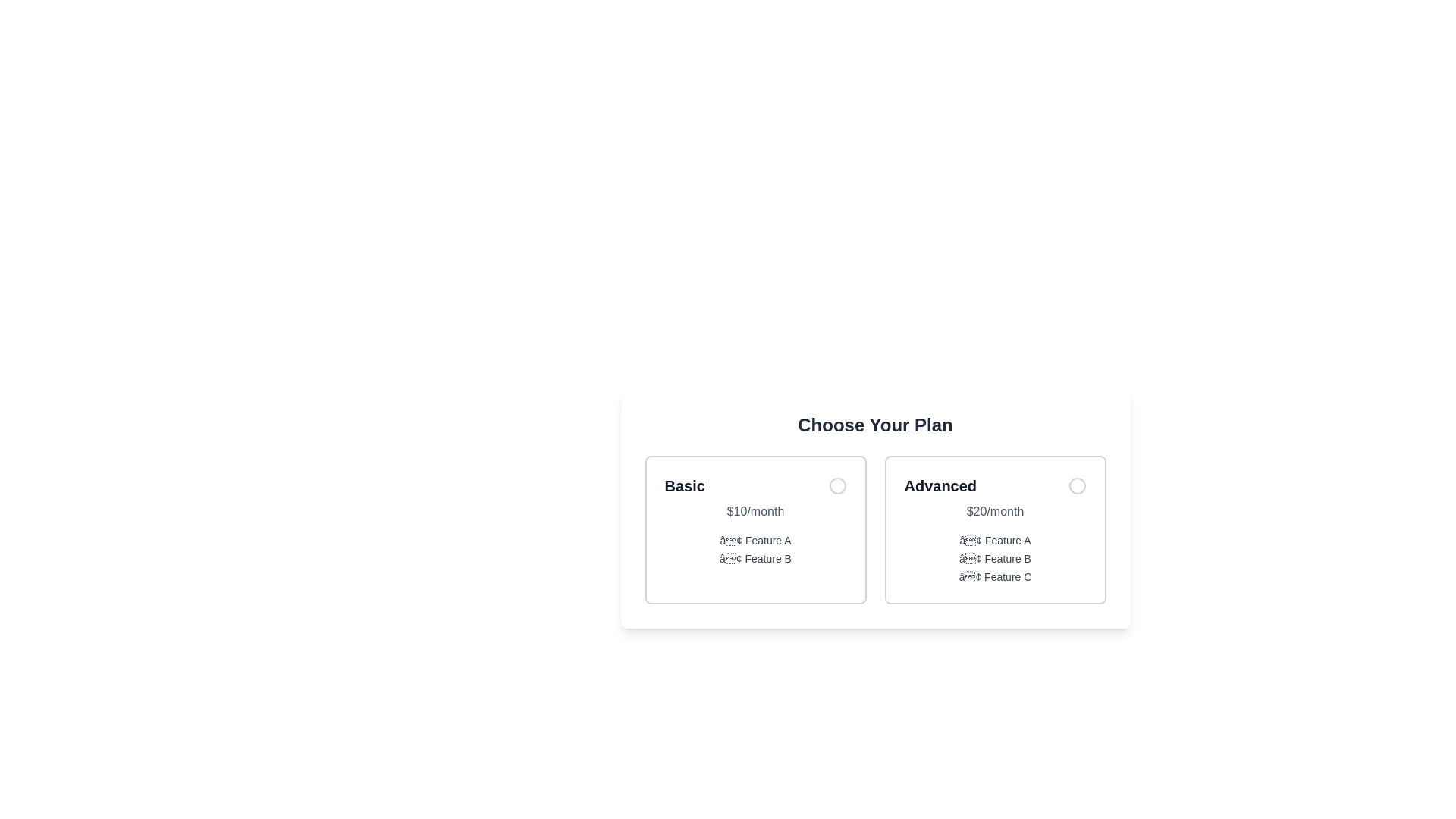 This screenshot has width=1456, height=819. Describe the element at coordinates (1076, 485) in the screenshot. I see `the radio button located at the upper-right corner of the 'Advanced' plan card` at that location.